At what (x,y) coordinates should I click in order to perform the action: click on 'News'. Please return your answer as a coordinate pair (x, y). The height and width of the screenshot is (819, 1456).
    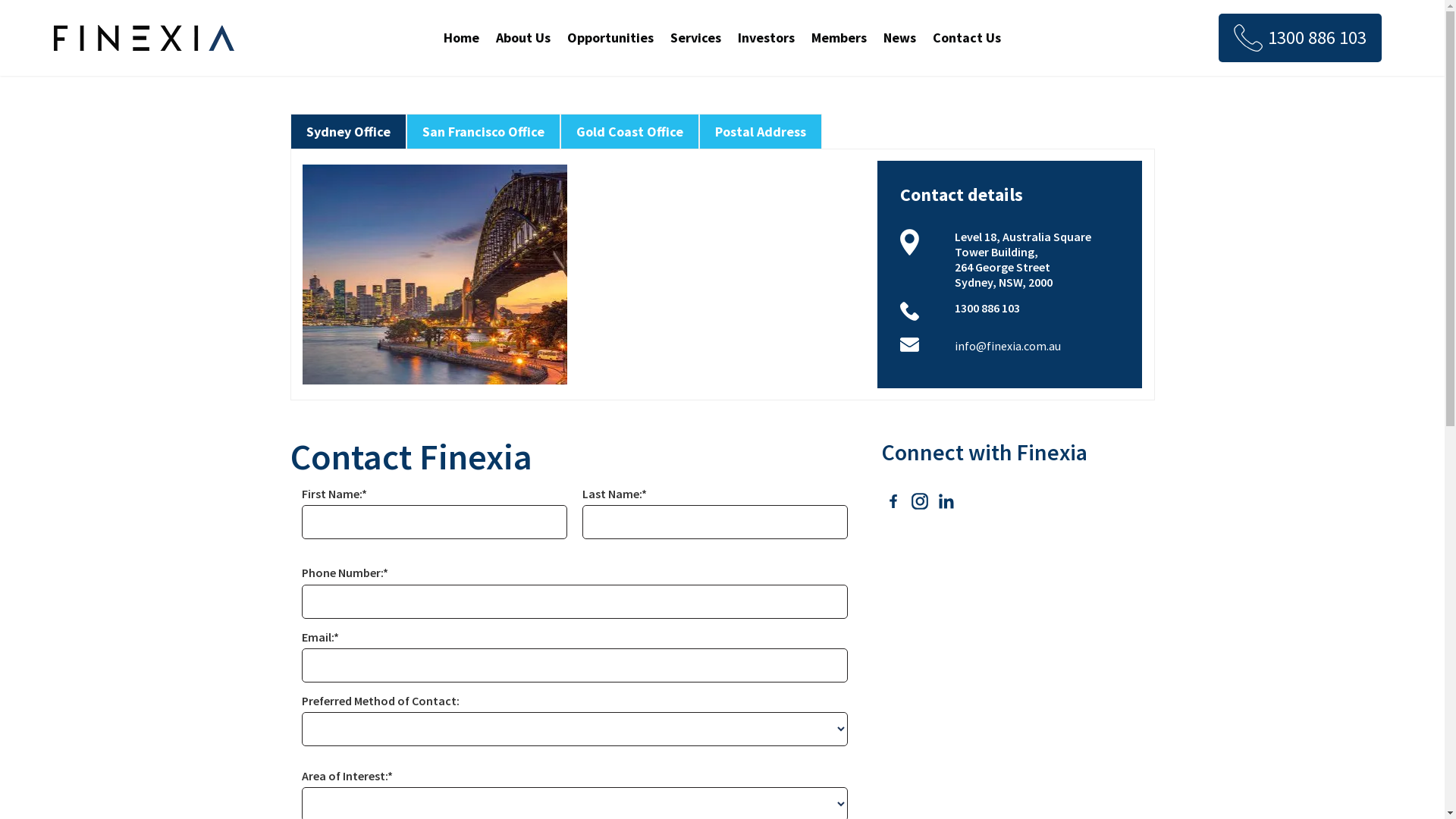
    Looking at the image, I should click on (899, 37).